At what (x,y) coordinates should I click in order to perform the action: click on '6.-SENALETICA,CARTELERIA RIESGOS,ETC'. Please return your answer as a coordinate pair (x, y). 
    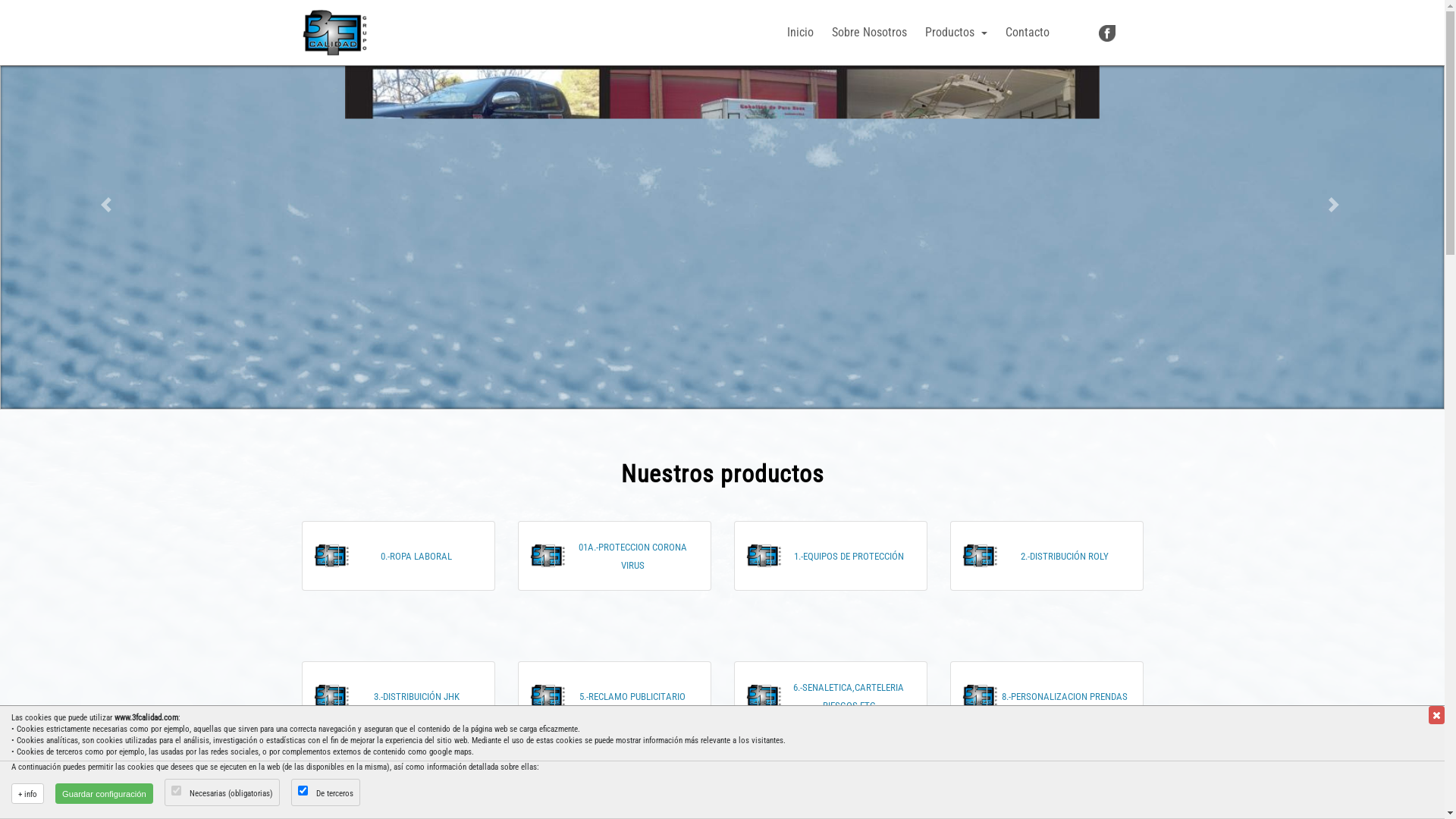
    Looking at the image, I should click on (847, 695).